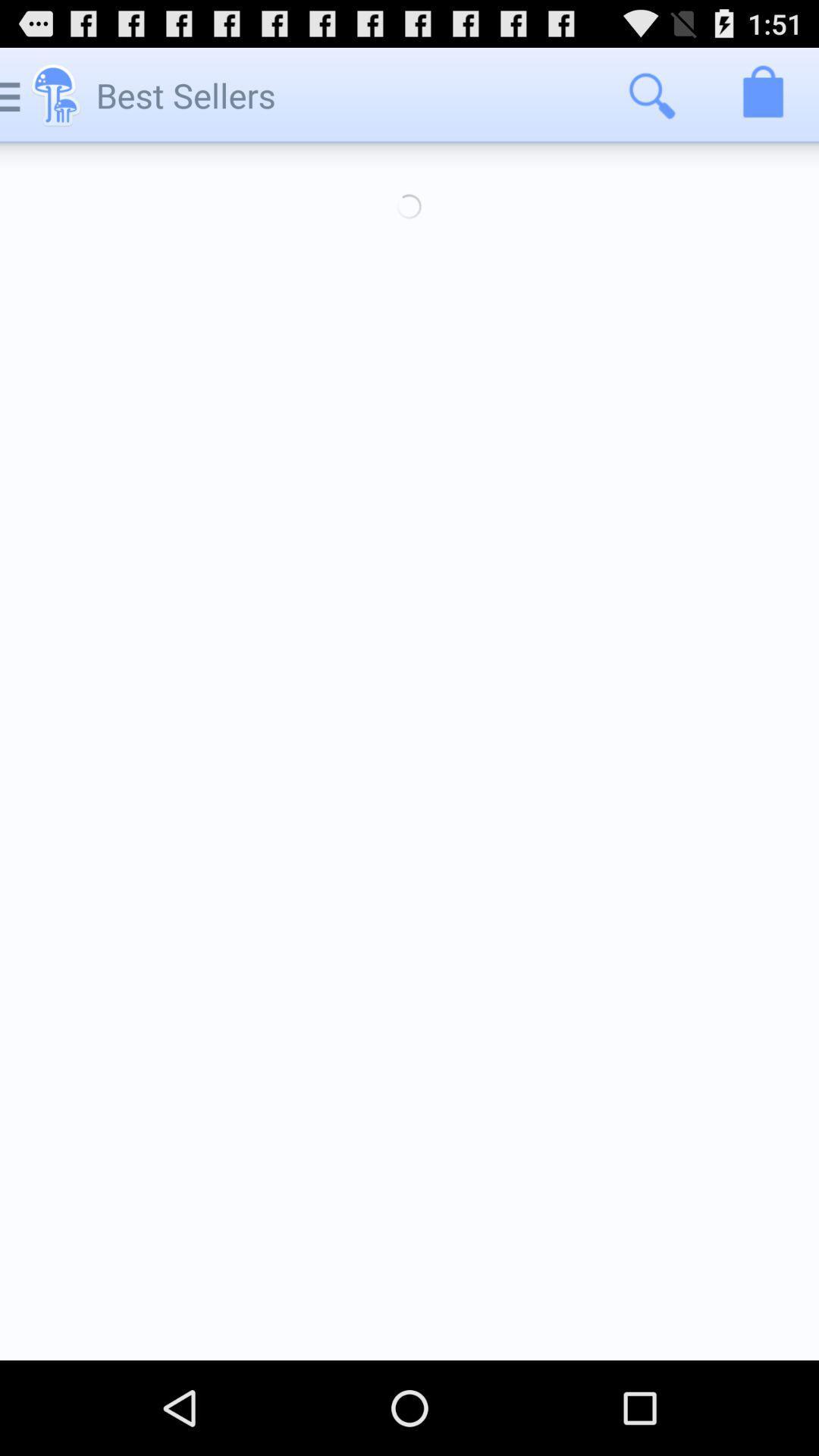 The height and width of the screenshot is (1456, 819). What do you see at coordinates (651, 94) in the screenshot?
I see `the icon to the right of best sellers icon` at bounding box center [651, 94].